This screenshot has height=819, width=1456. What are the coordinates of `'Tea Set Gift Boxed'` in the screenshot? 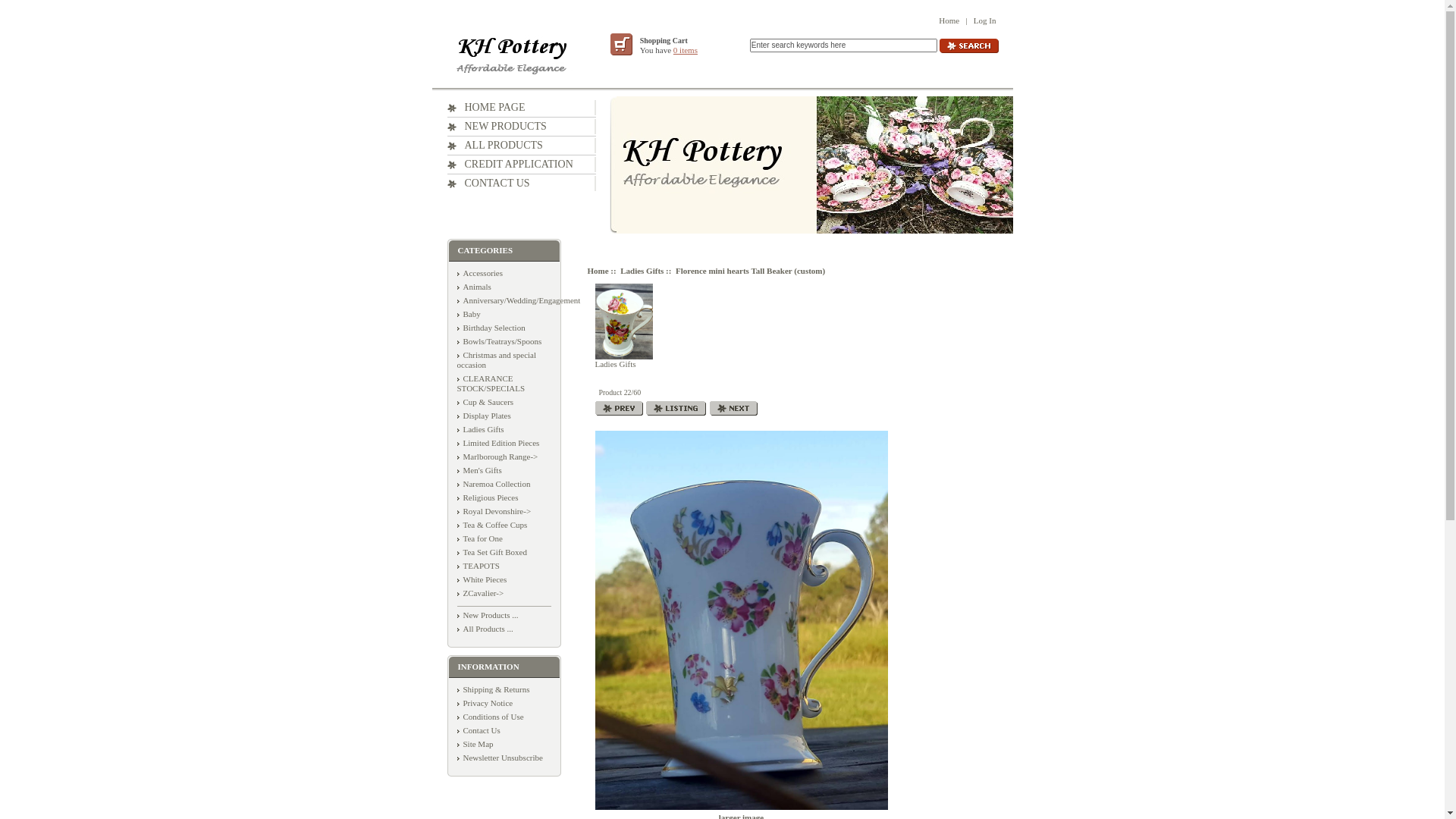 It's located at (491, 552).